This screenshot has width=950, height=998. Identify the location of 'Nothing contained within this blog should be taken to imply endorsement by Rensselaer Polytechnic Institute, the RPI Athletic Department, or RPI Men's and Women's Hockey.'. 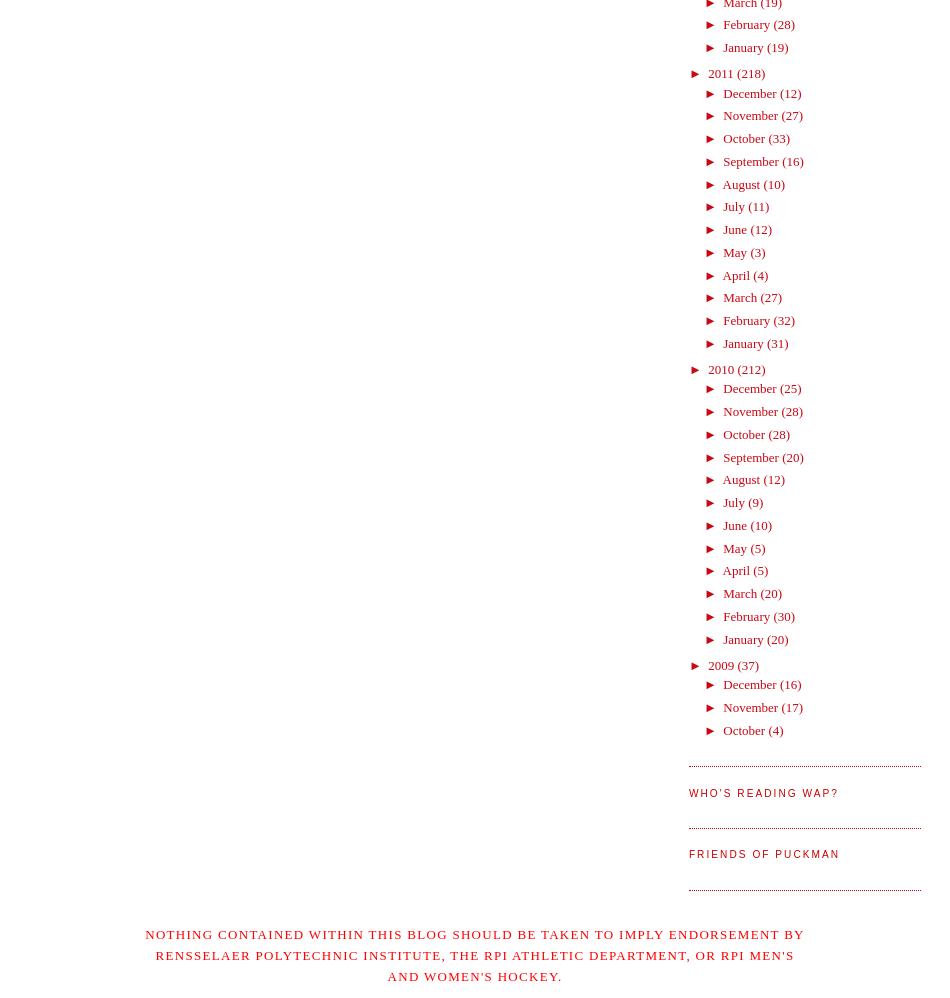
(473, 953).